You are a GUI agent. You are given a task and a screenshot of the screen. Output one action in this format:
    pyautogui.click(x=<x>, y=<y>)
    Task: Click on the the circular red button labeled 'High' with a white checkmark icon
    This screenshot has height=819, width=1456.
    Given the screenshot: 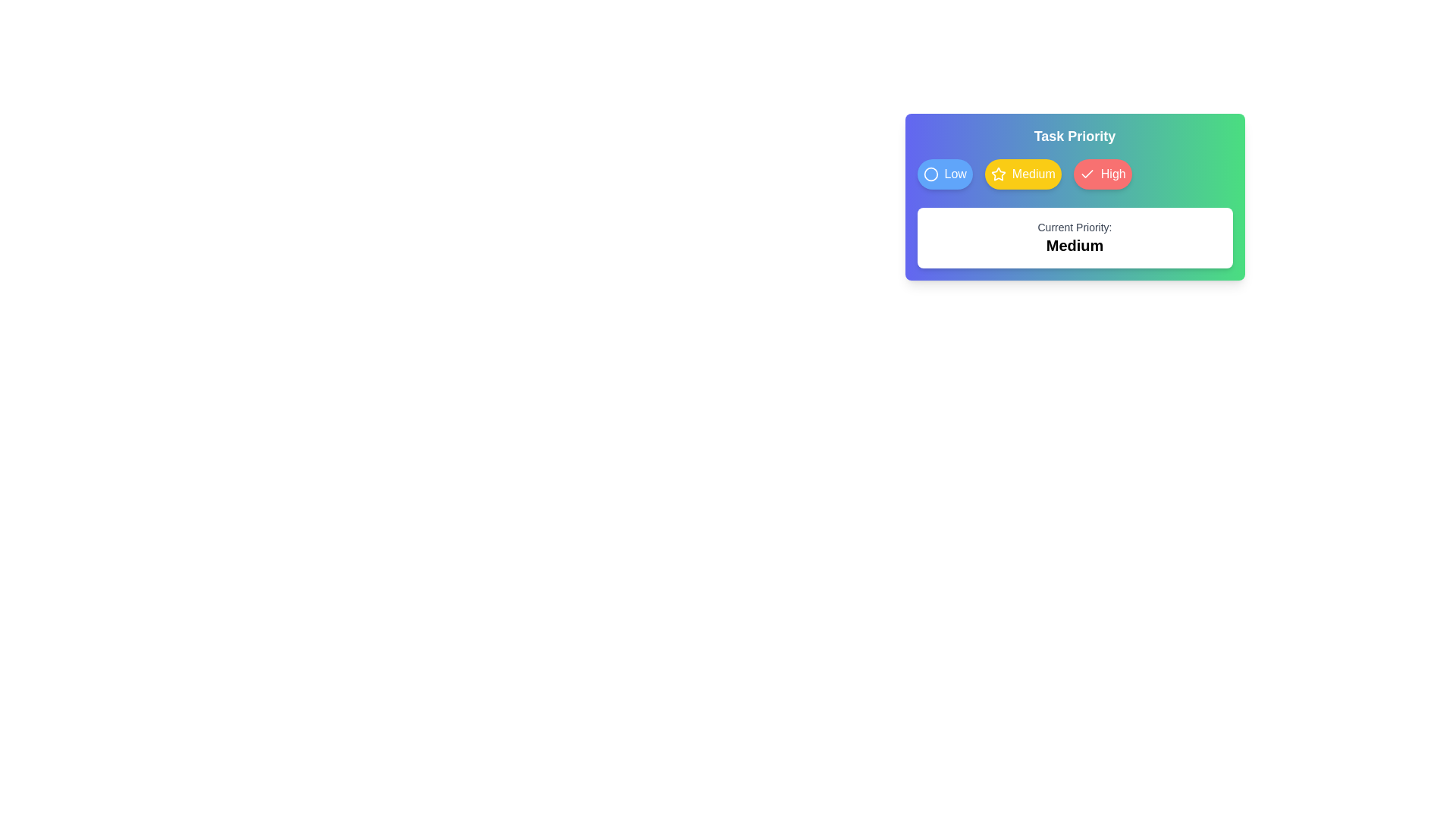 What is the action you would take?
    pyautogui.click(x=1103, y=174)
    